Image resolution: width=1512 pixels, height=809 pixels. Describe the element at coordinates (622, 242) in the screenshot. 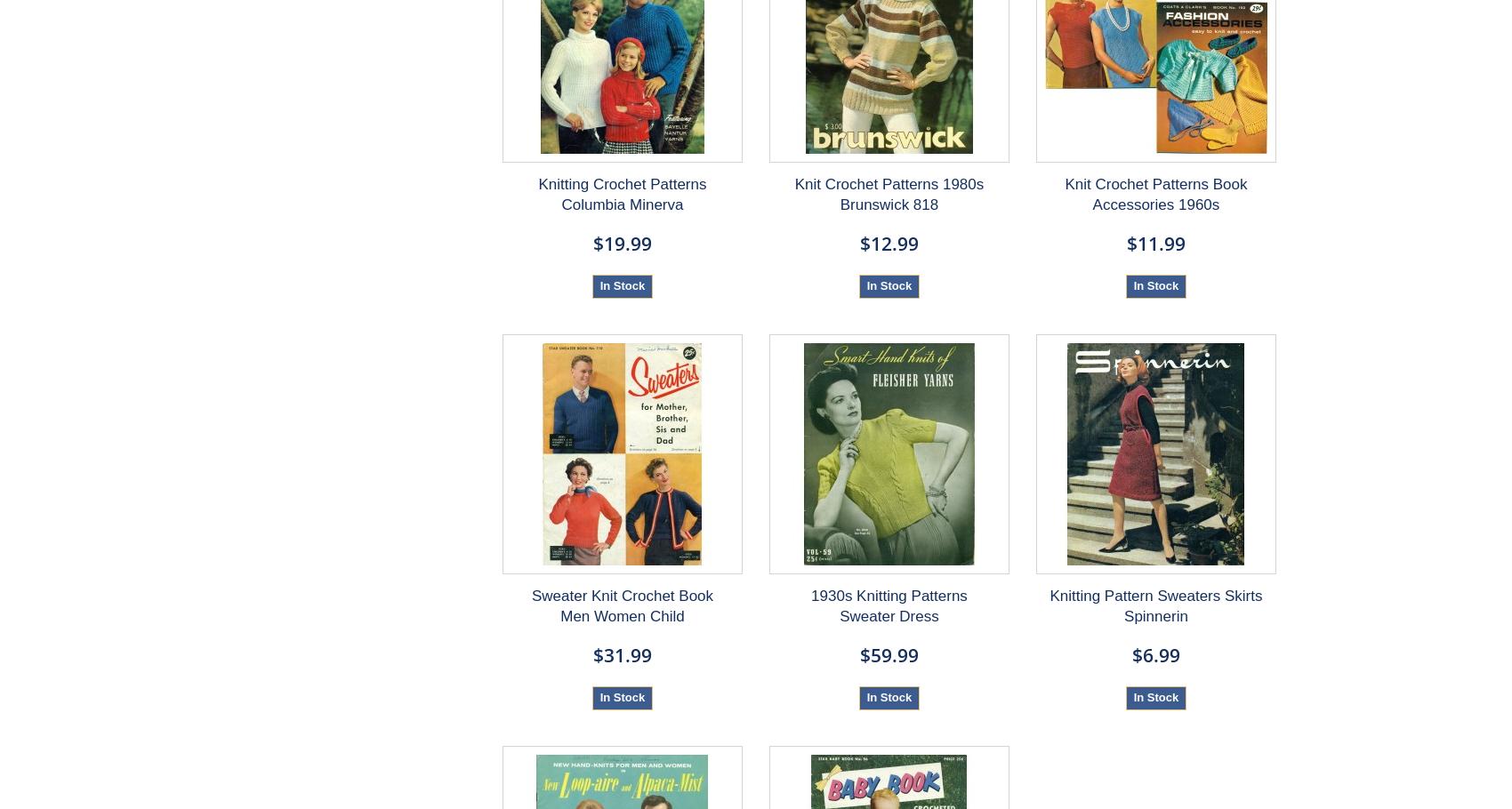

I see `'$19.99'` at that location.